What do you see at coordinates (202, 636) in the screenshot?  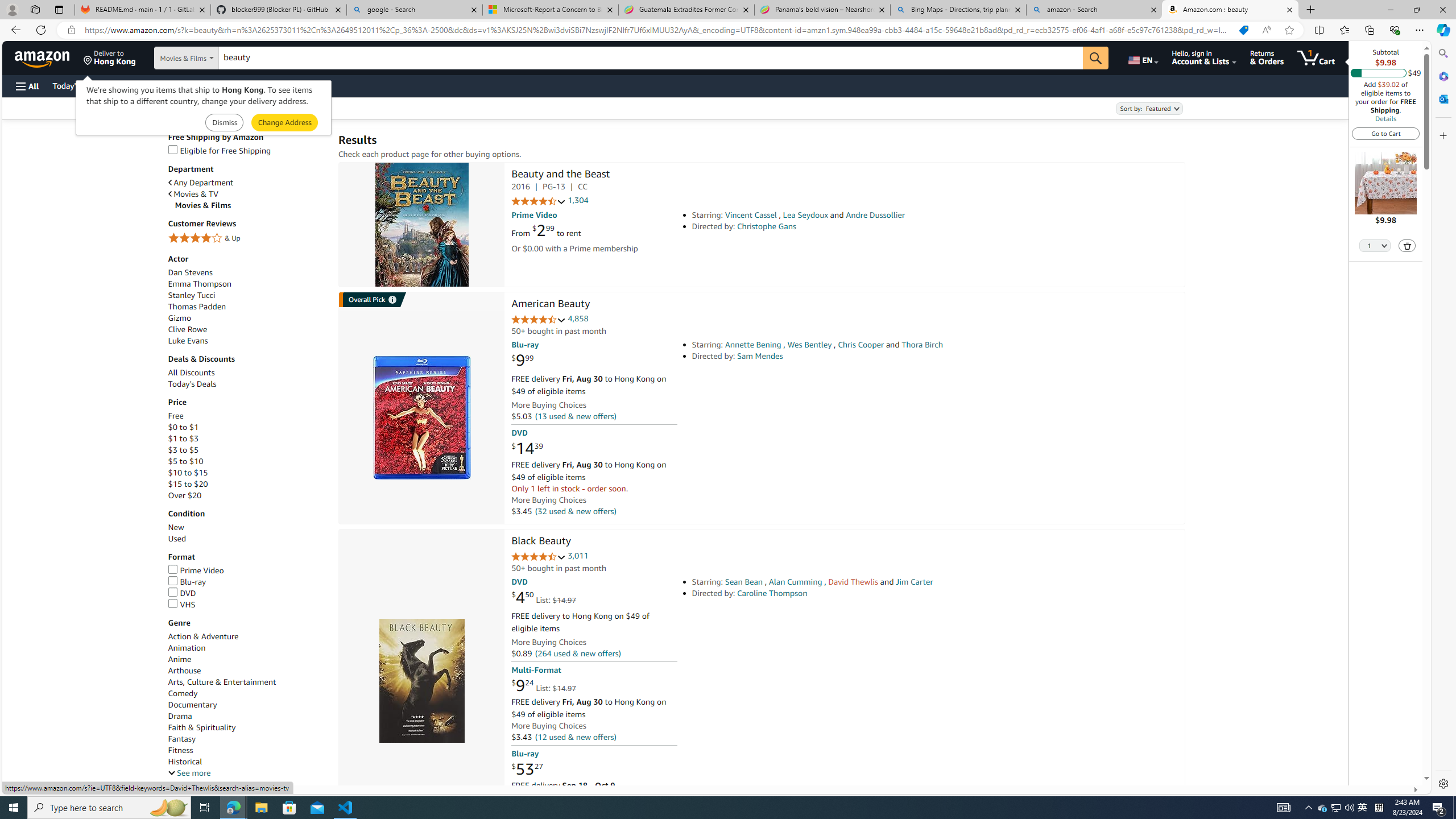 I see `'Action & Adventure'` at bounding box center [202, 636].